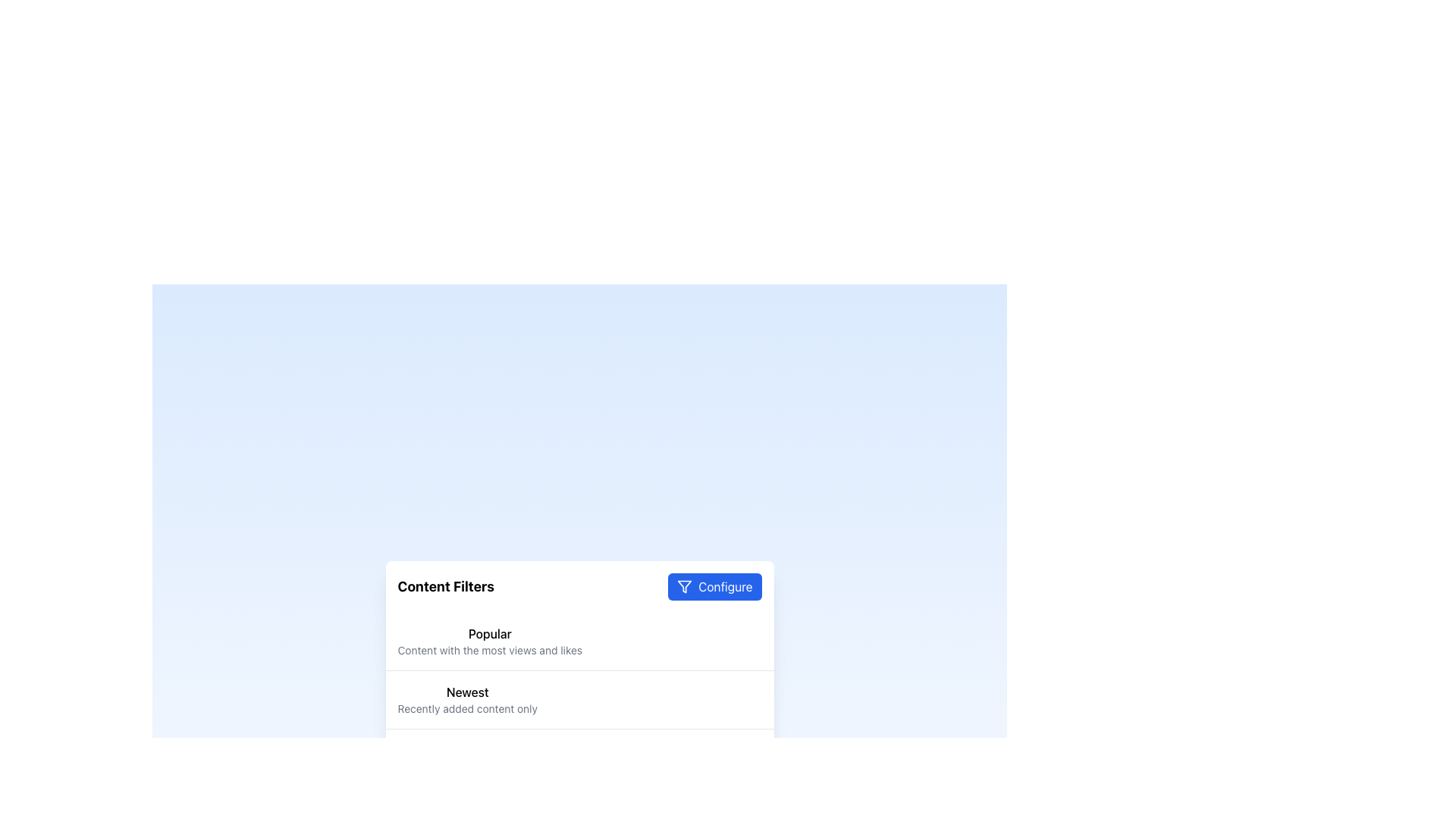 This screenshot has height=819, width=1456. What do you see at coordinates (714, 586) in the screenshot?
I see `the configuration settings button located in the top-right corner of the 'Content Filters' section` at bounding box center [714, 586].